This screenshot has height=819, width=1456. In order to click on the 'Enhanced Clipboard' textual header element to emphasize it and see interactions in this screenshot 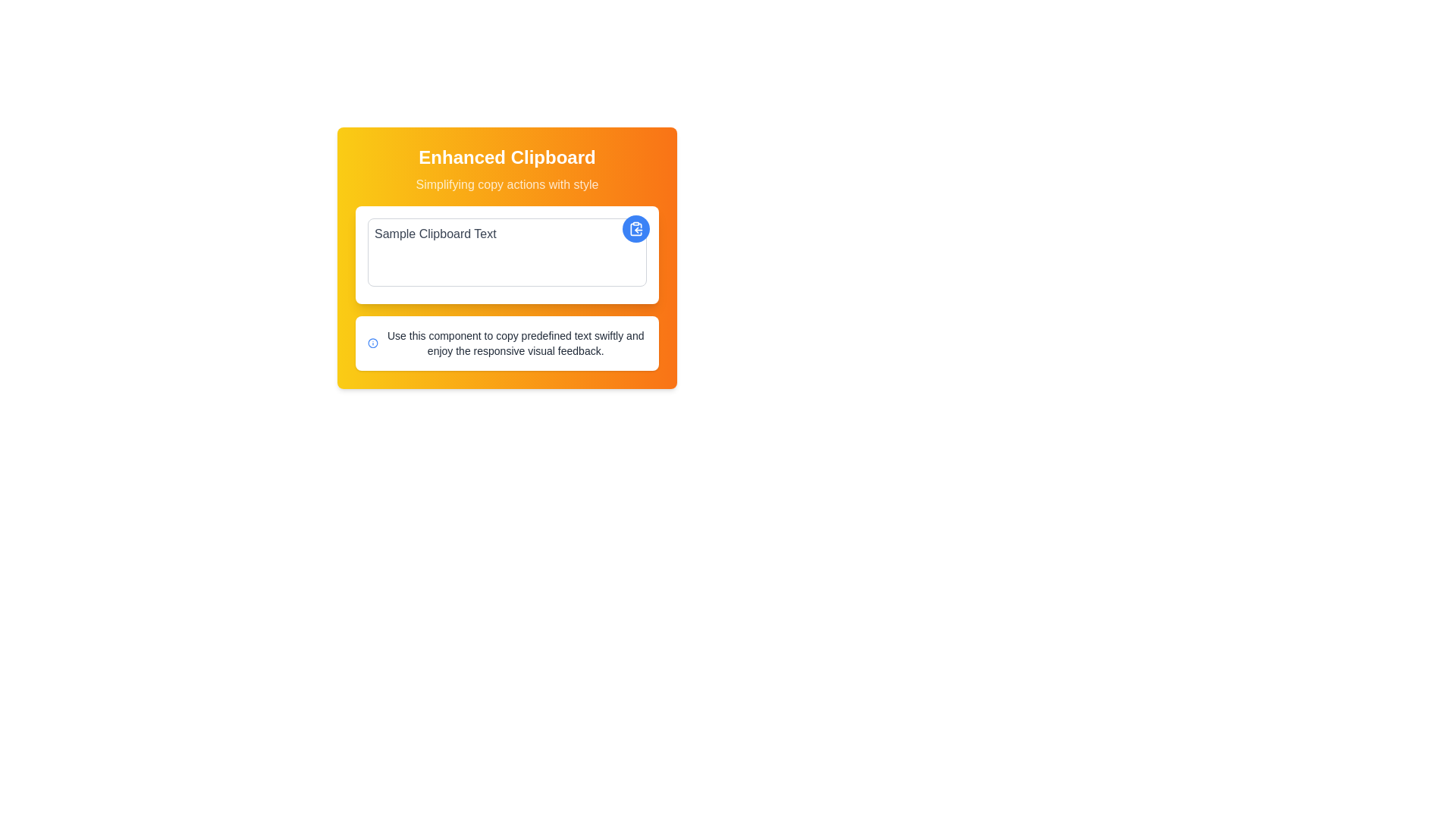, I will do `click(507, 169)`.